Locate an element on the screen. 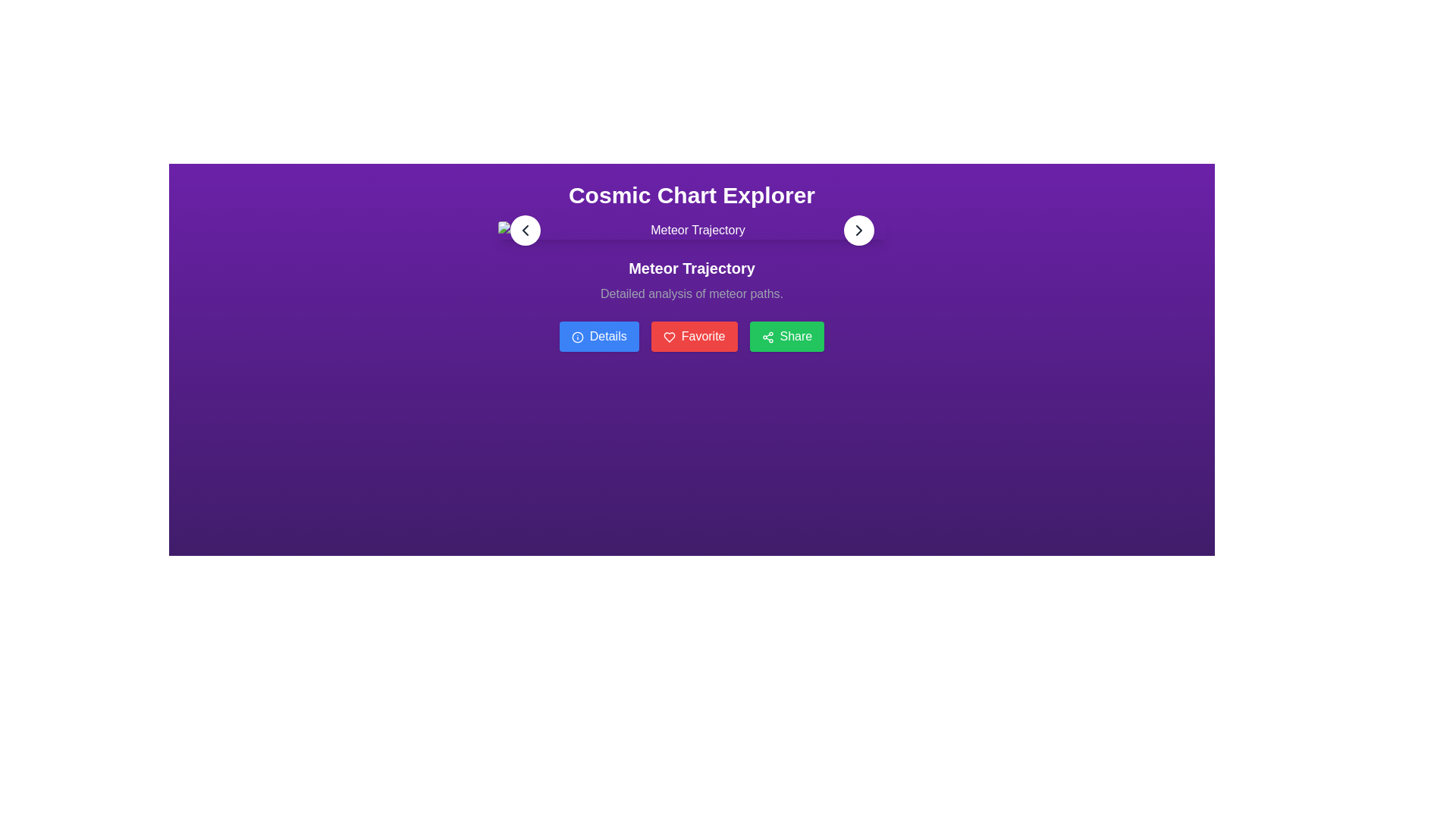  the small blue information icon with a white circular border and a white 'i' in the center, which is located to the left of the 'Details' button text is located at coordinates (576, 336).